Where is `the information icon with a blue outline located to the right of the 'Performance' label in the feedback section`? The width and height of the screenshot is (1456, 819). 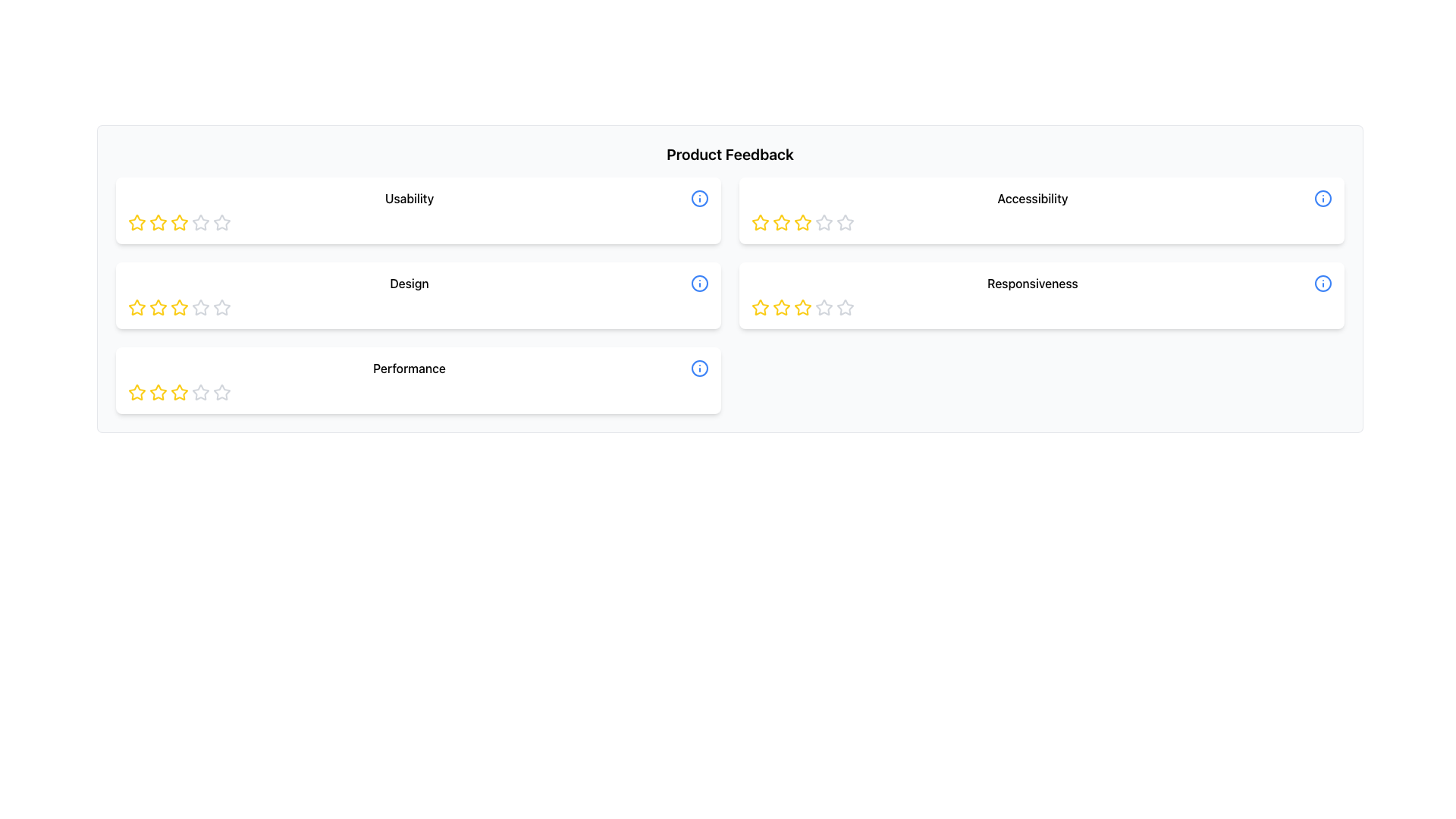 the information icon with a blue outline located to the right of the 'Performance' label in the feedback section is located at coordinates (698, 369).